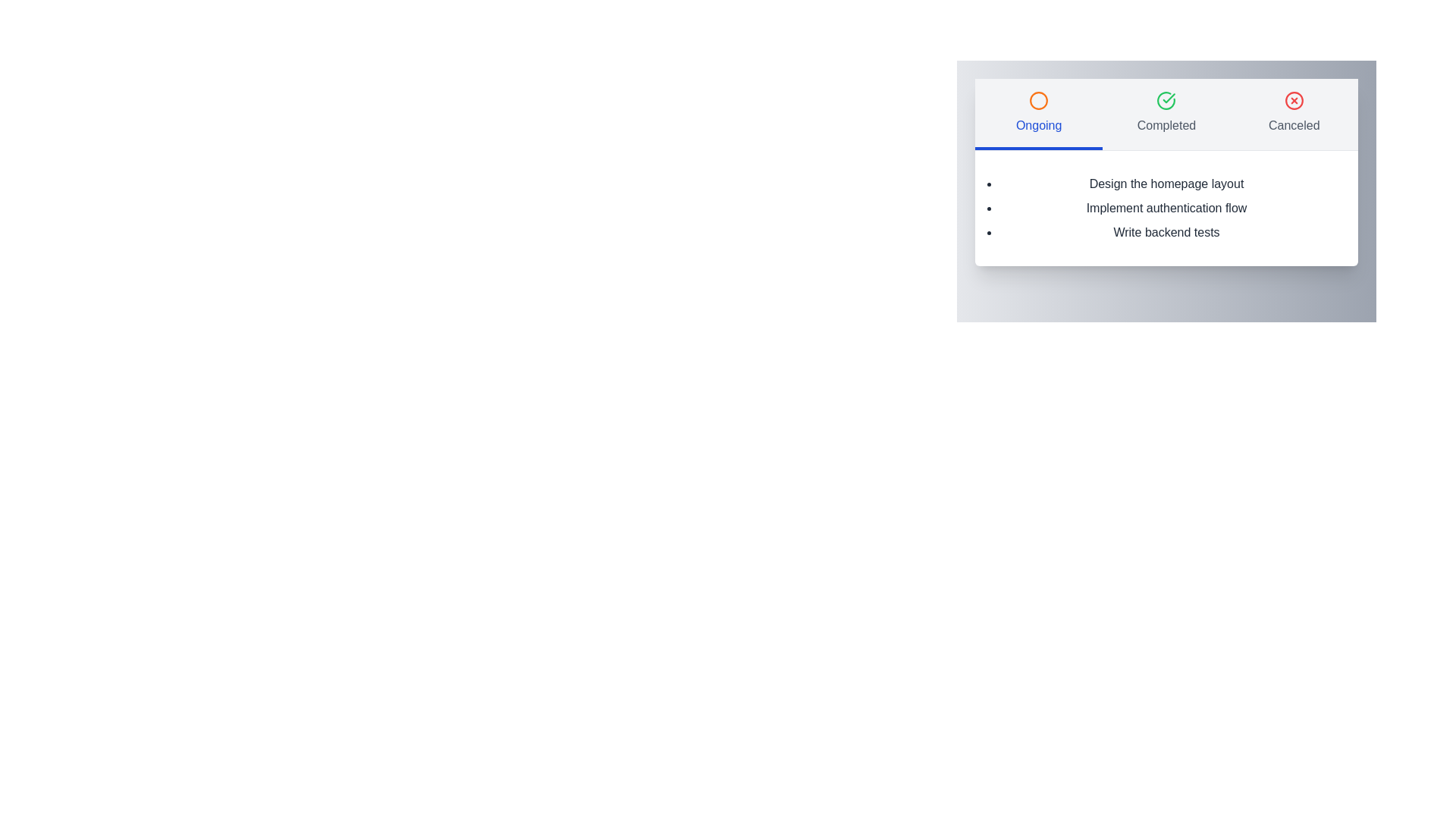 This screenshot has height=819, width=1456. Describe the element at coordinates (1293, 113) in the screenshot. I see `the tab labeled Canceled to reveal additional tooltips or effects` at that location.